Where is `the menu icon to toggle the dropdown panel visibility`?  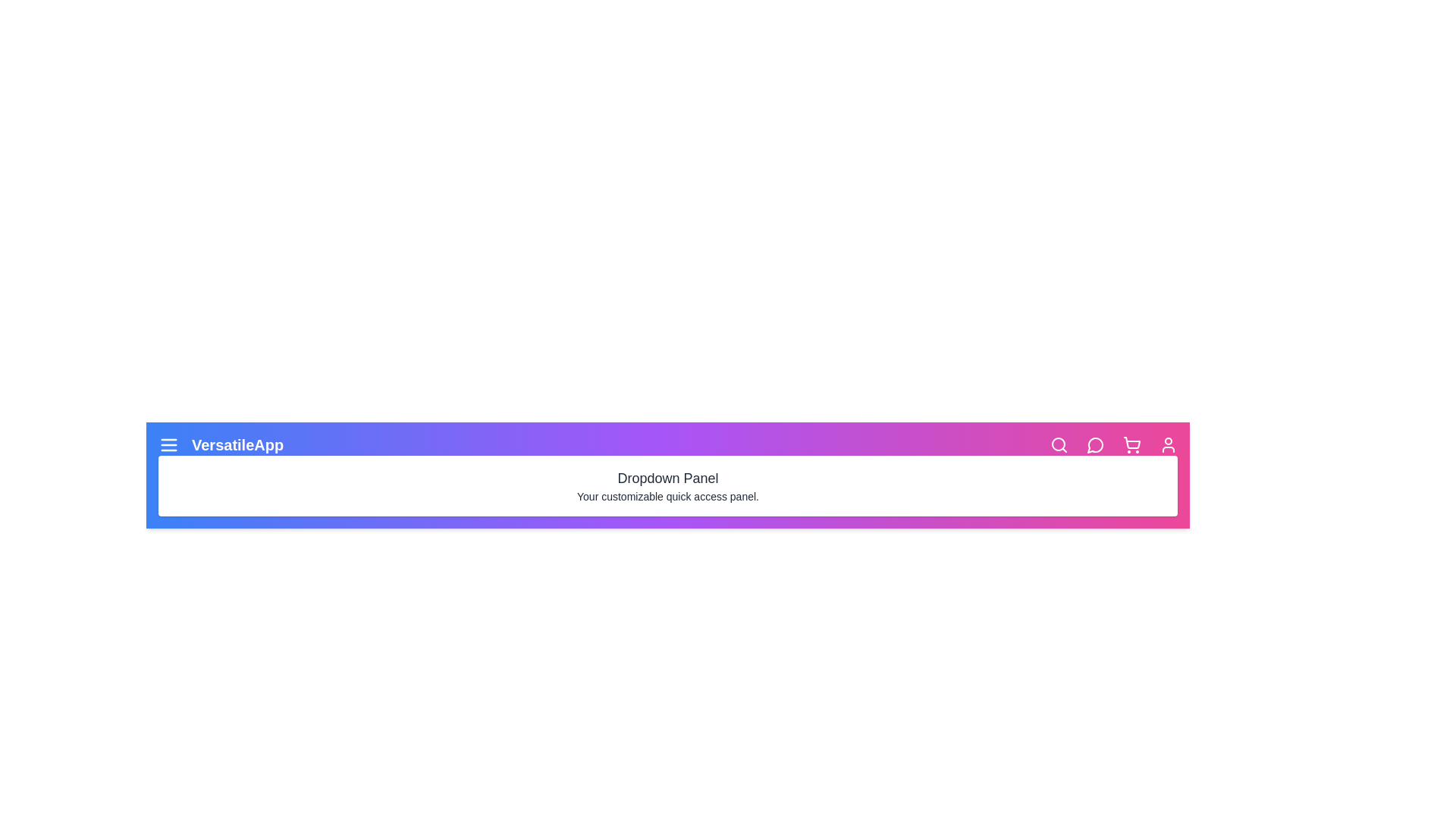
the menu icon to toggle the dropdown panel visibility is located at coordinates (168, 444).